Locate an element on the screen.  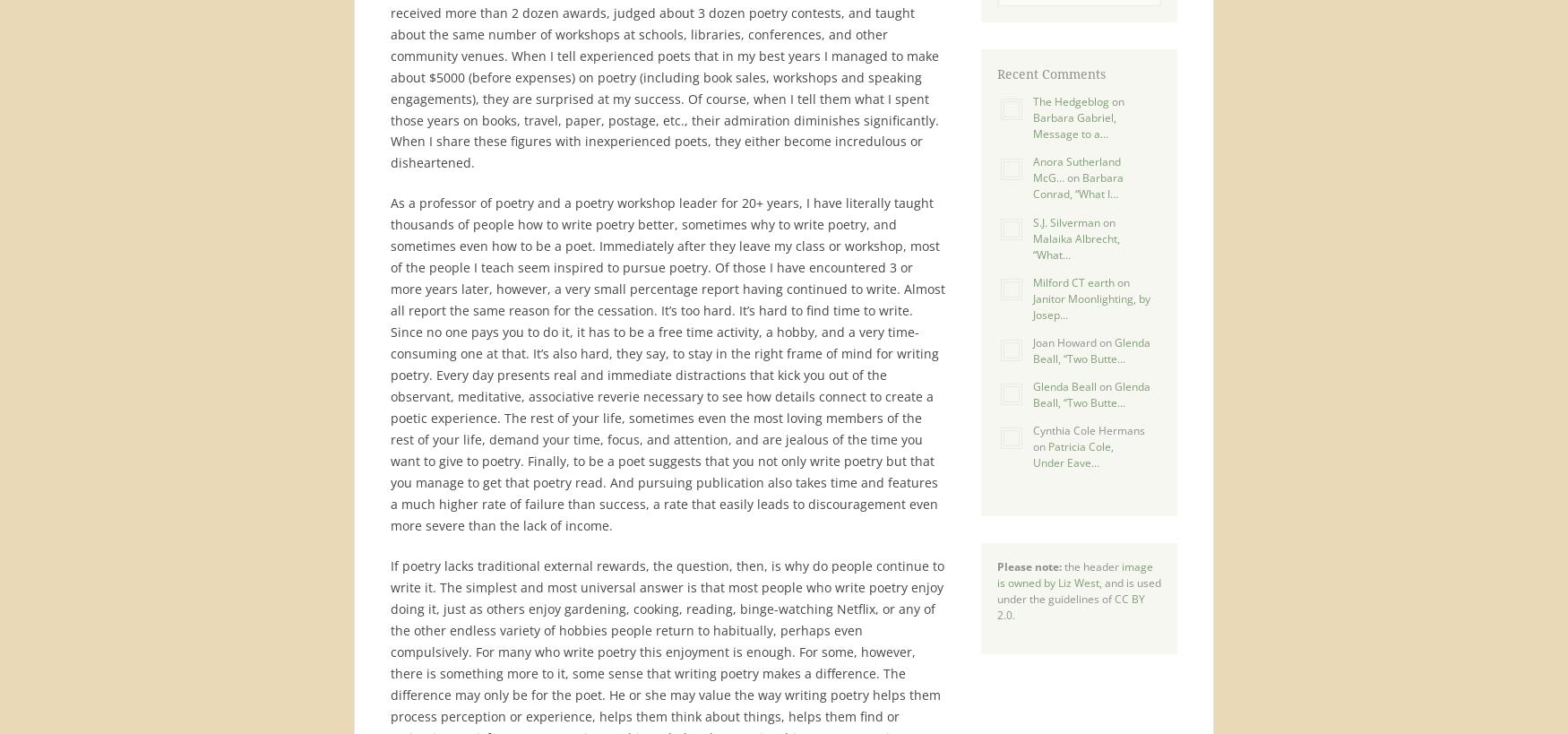
'CC BY 2.0' is located at coordinates (1070, 606).